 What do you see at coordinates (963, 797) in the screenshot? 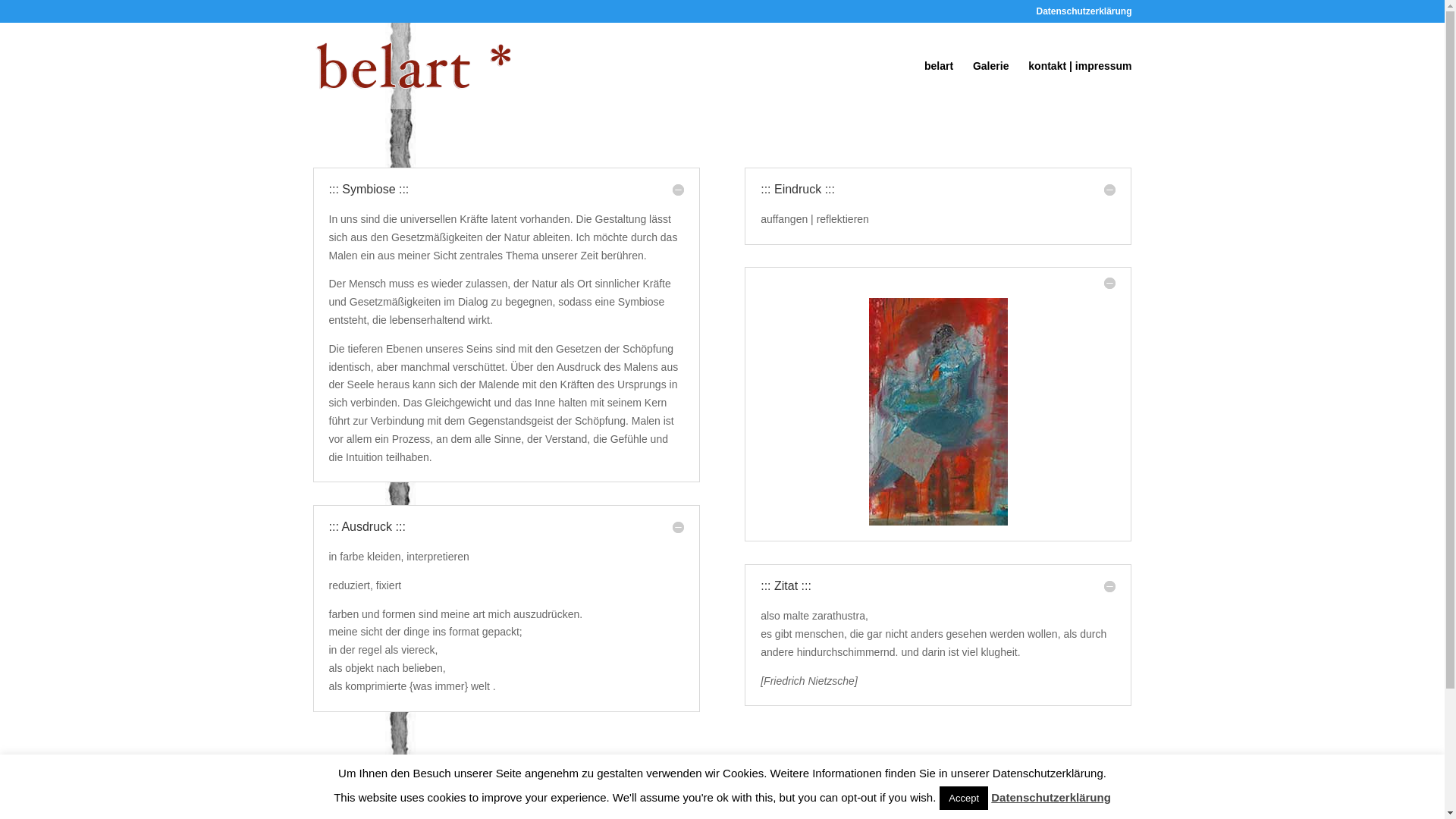
I see `'Accept'` at bounding box center [963, 797].